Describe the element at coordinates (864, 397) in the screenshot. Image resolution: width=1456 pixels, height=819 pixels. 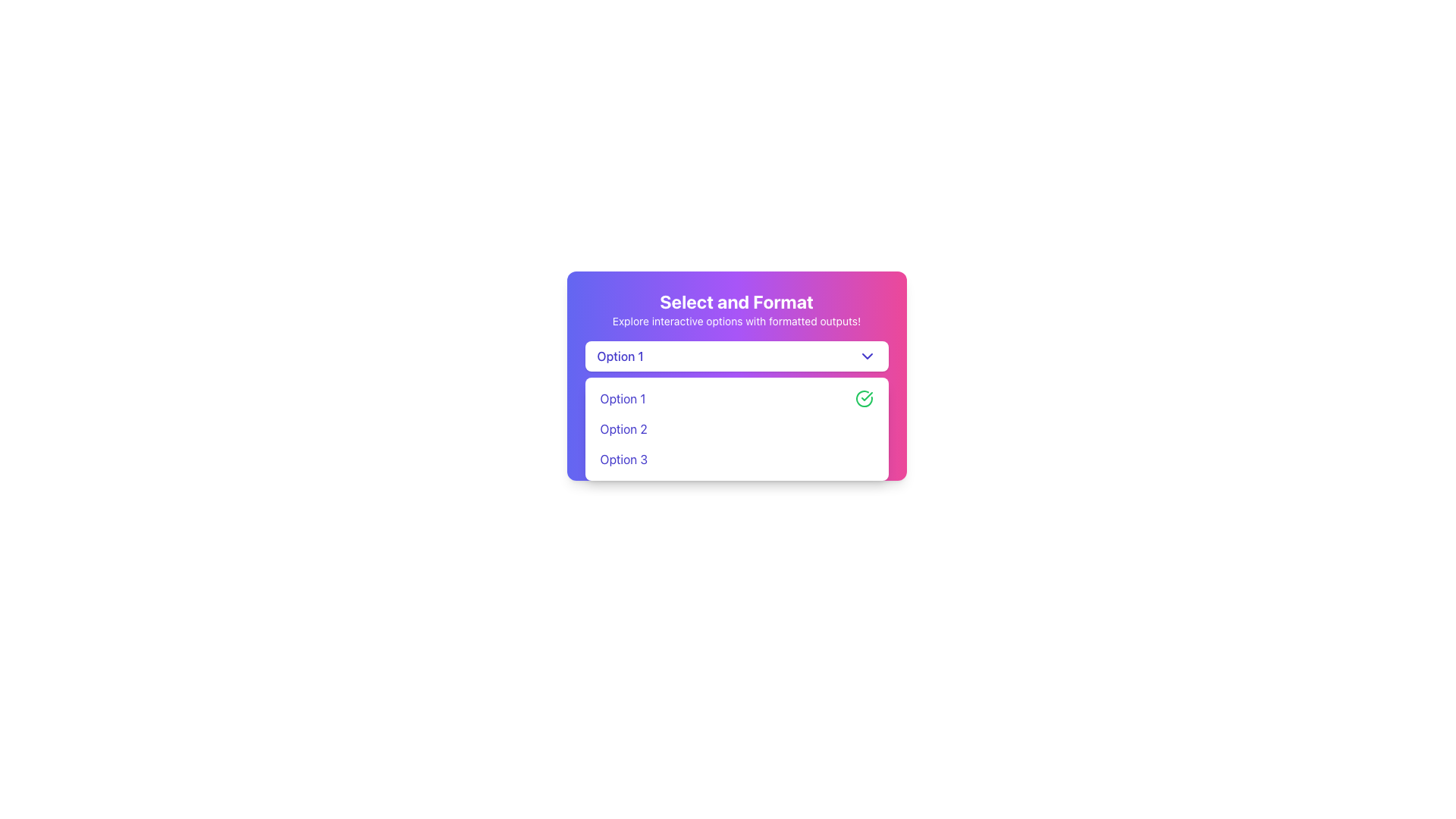
I see `the green circular SVG icon with a checkmark, located to the right of the 'Option 1' text in the dropdown menu` at that location.